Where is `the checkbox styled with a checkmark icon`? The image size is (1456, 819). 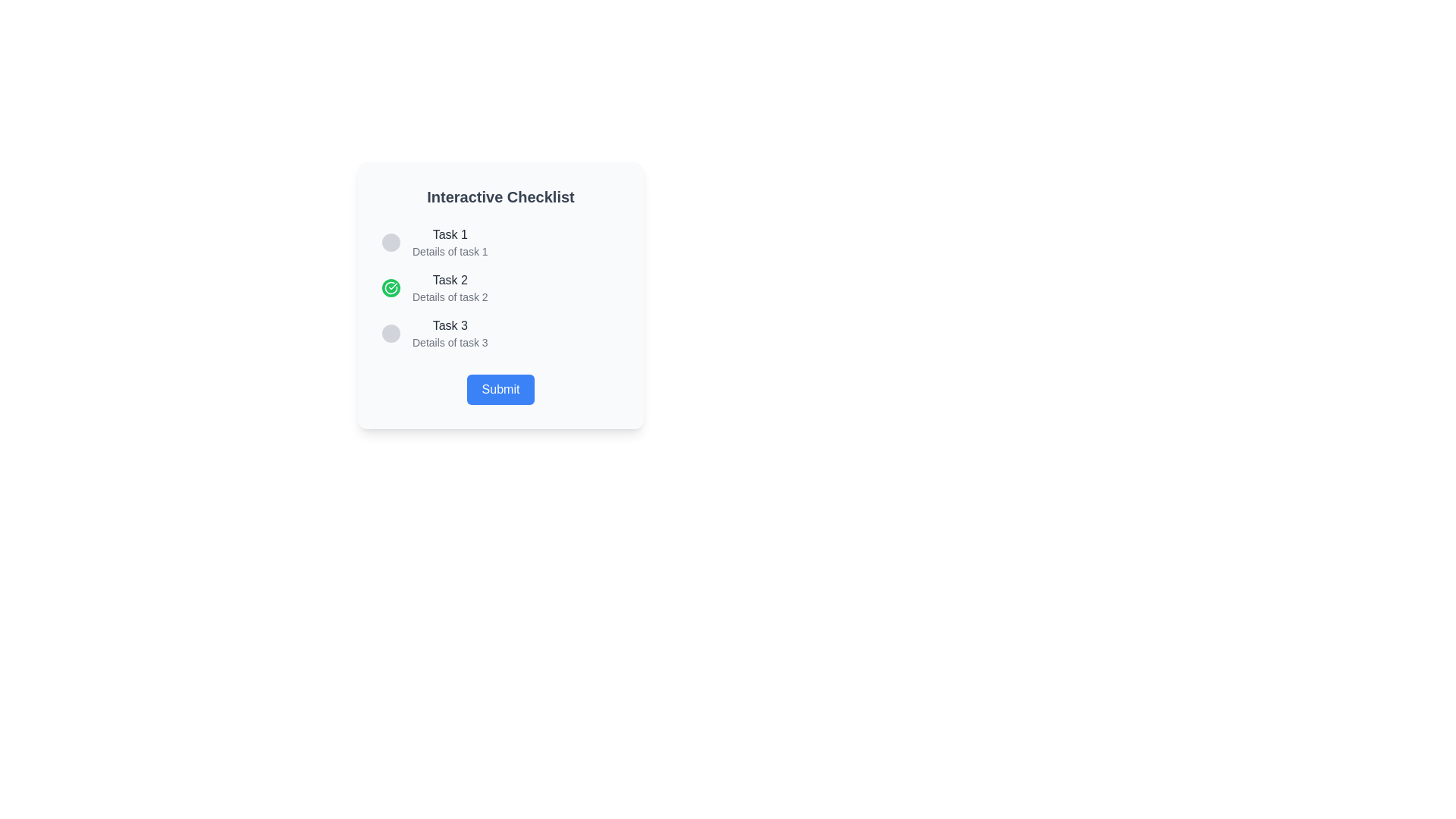
the checkbox styled with a checkmark icon is located at coordinates (391, 288).